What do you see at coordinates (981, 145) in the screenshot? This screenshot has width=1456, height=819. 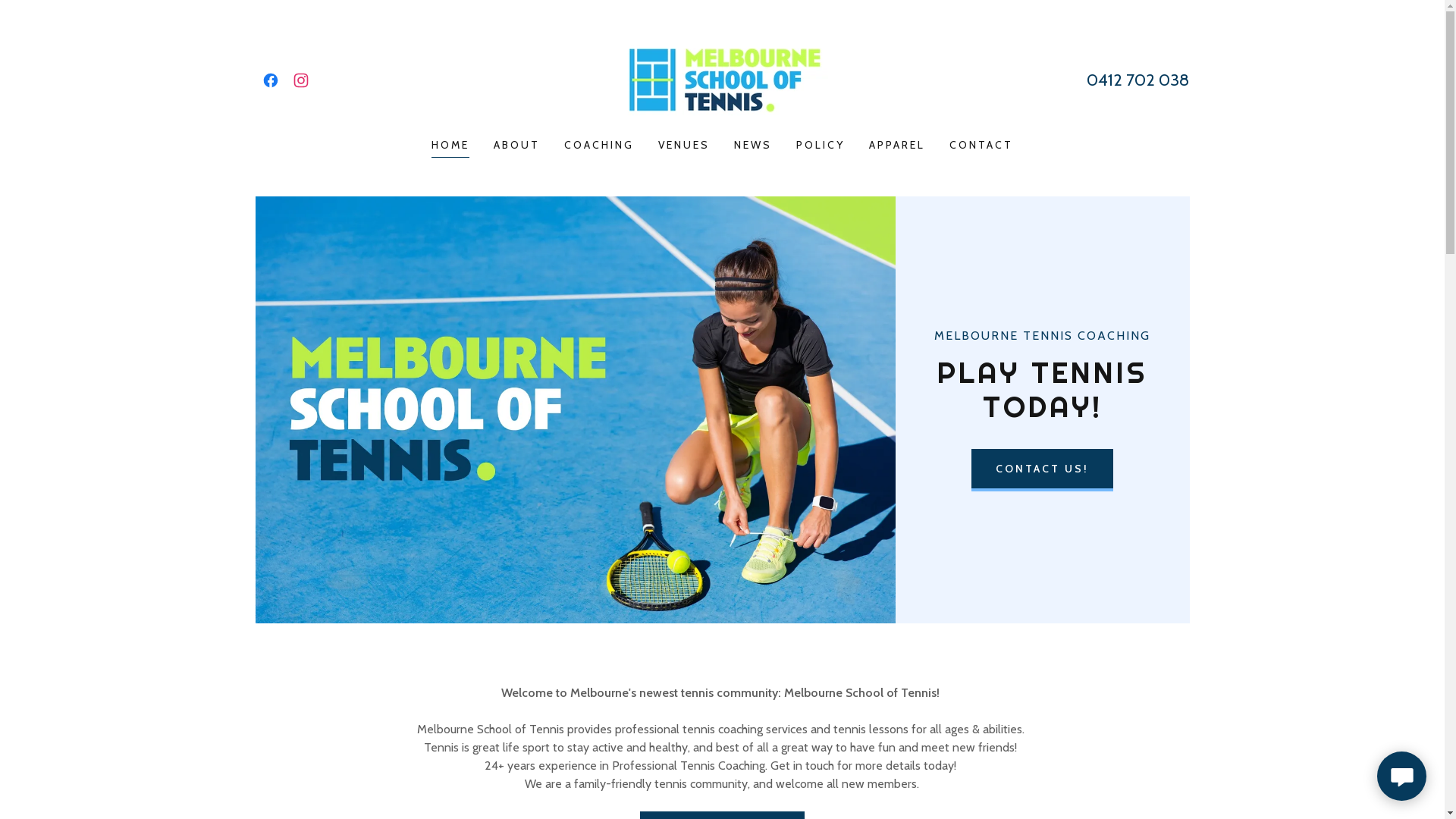 I see `'CONTACT'` at bounding box center [981, 145].